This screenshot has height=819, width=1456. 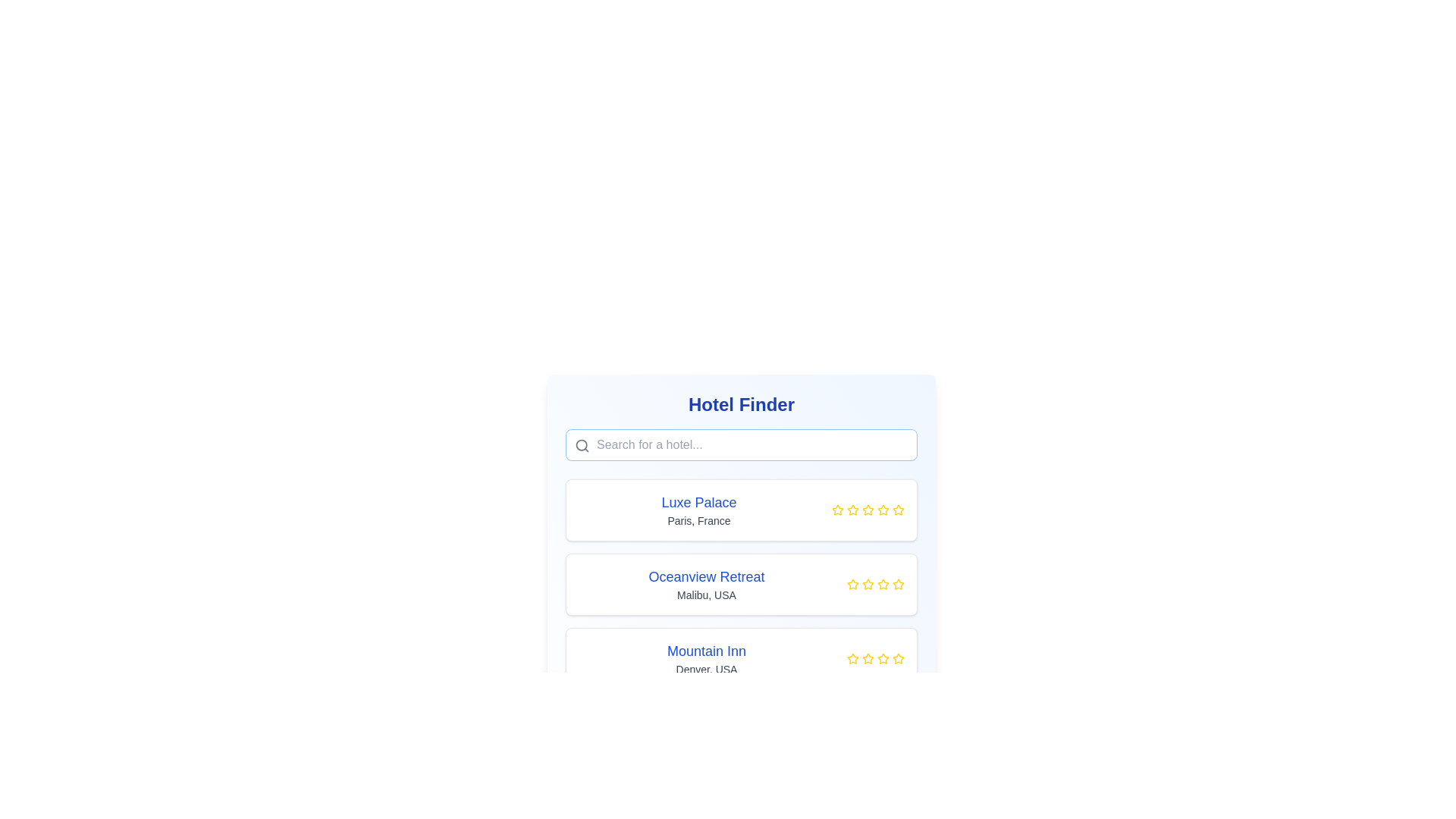 What do you see at coordinates (883, 510) in the screenshot?
I see `the fifth star rating icon for the 'Luxe Palace' hotel` at bounding box center [883, 510].